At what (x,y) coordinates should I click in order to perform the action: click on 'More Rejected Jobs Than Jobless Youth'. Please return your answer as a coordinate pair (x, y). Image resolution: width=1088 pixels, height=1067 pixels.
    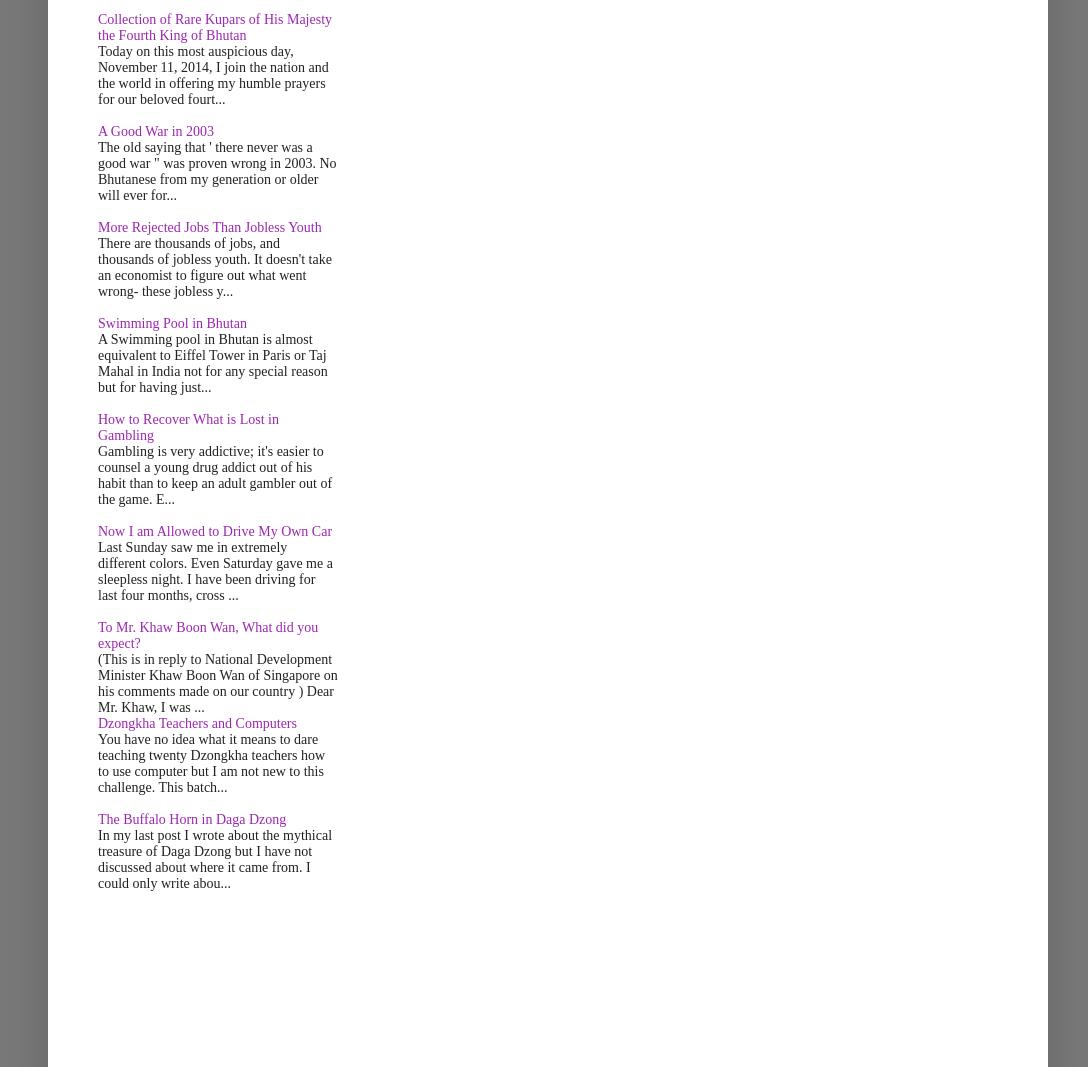
    Looking at the image, I should click on (208, 227).